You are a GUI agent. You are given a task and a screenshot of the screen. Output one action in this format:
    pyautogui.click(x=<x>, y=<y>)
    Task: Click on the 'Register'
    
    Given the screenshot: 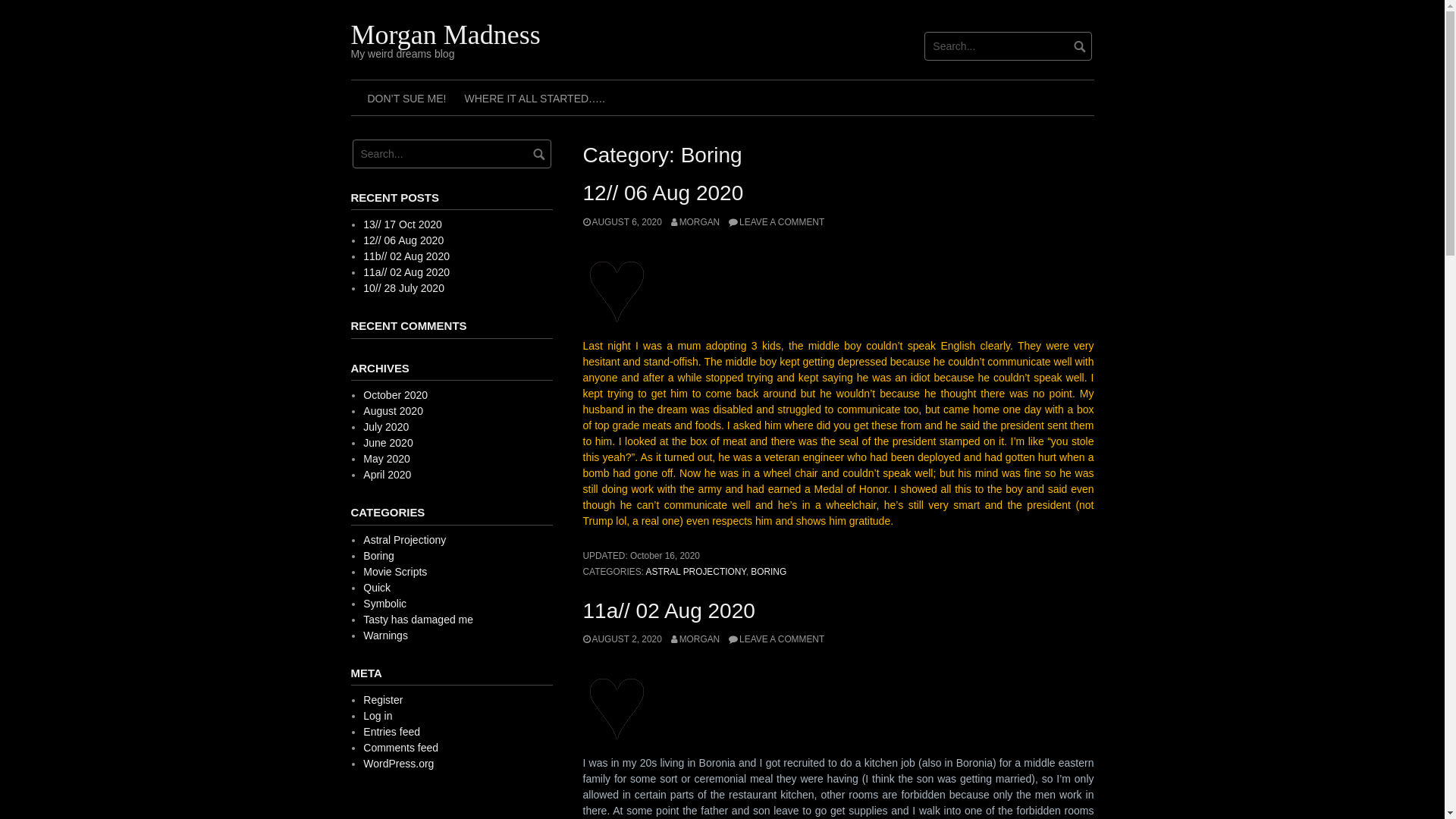 What is the action you would take?
    pyautogui.click(x=362, y=699)
    